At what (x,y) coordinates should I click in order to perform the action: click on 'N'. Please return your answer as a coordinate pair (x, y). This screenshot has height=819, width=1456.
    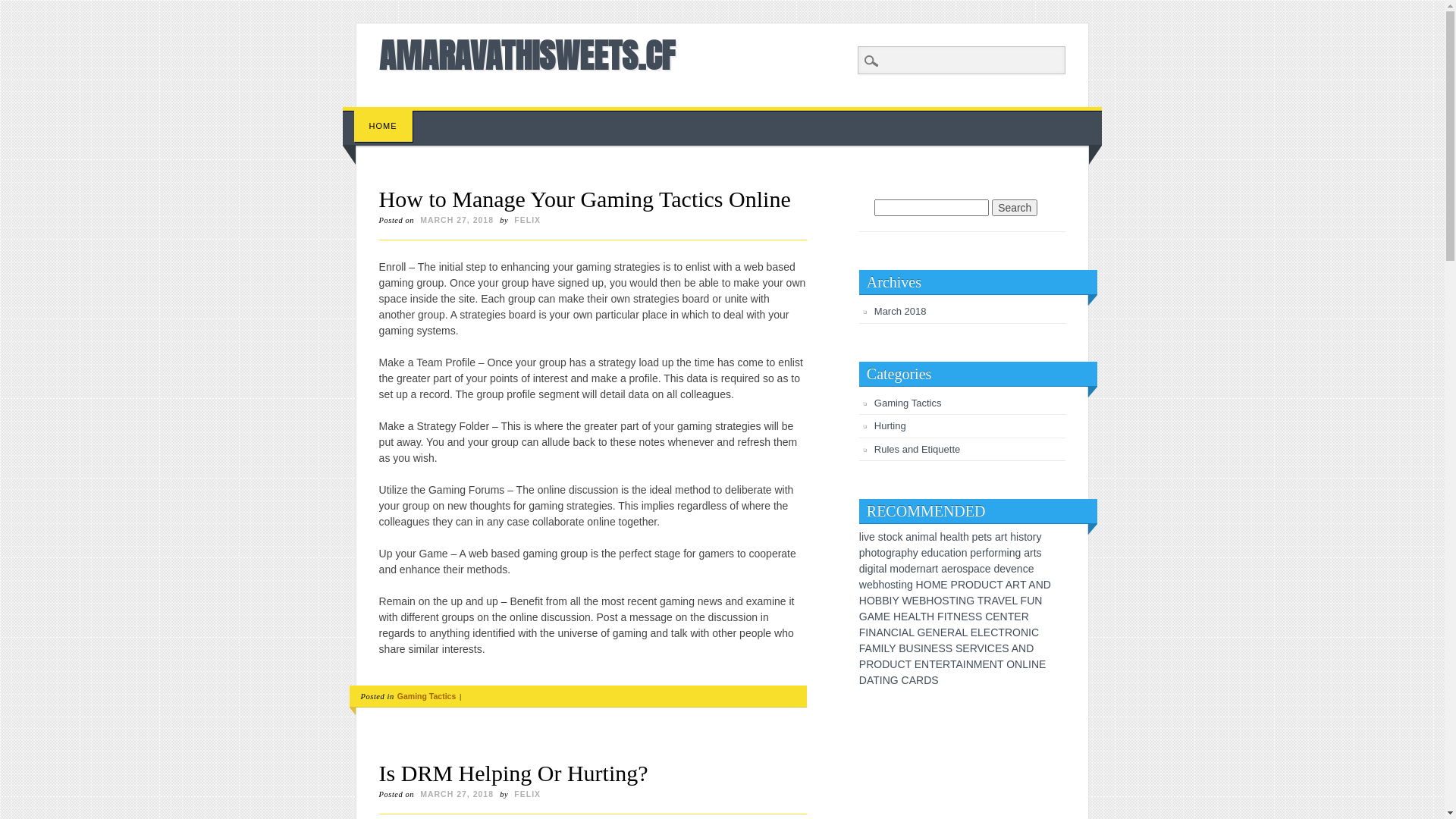
    Looking at the image, I should click on (1034, 663).